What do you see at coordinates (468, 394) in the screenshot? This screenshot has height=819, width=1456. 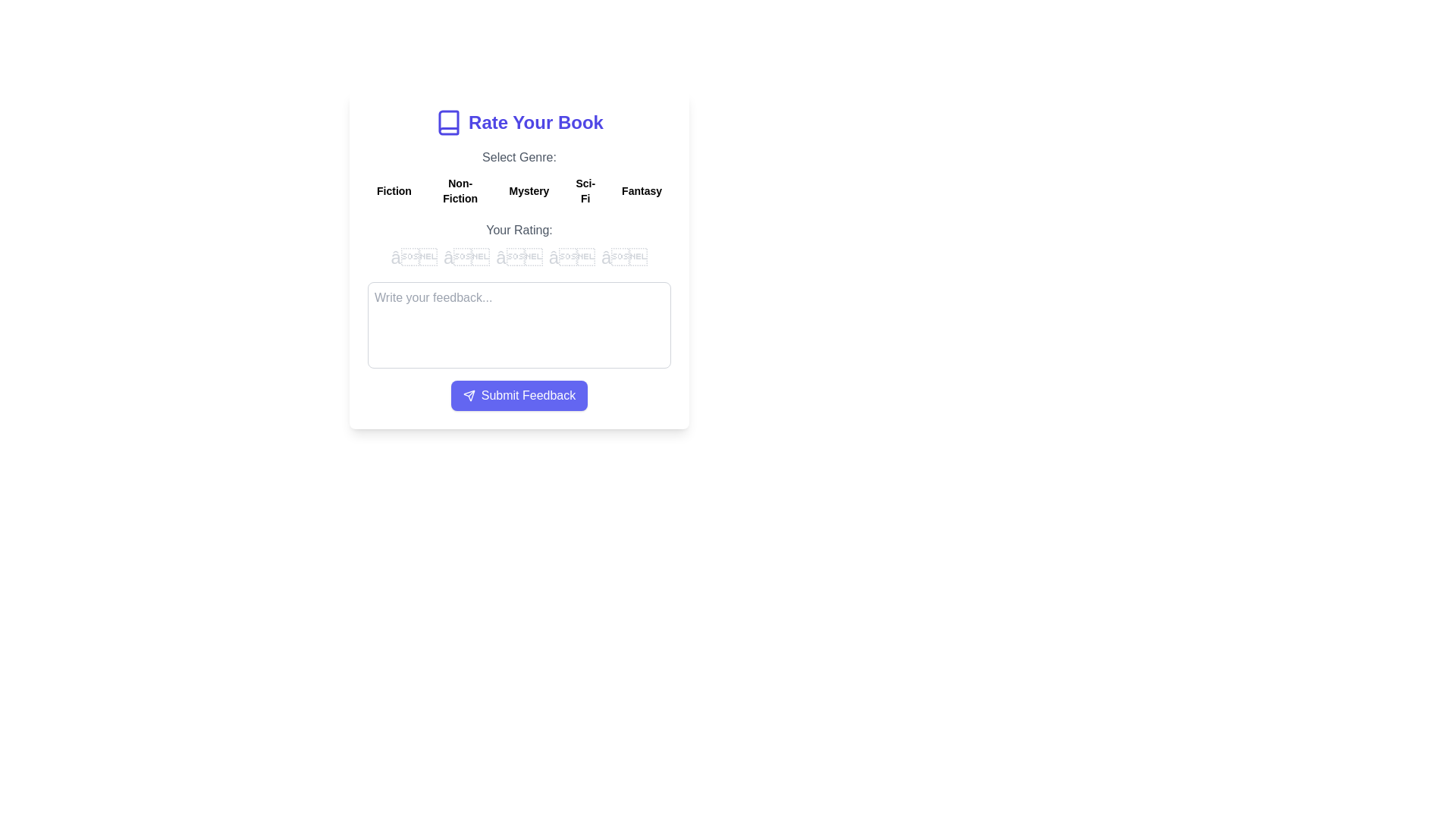 I see `the paper plane icon on the left side of the 'Submit Feedback' button` at bounding box center [468, 394].